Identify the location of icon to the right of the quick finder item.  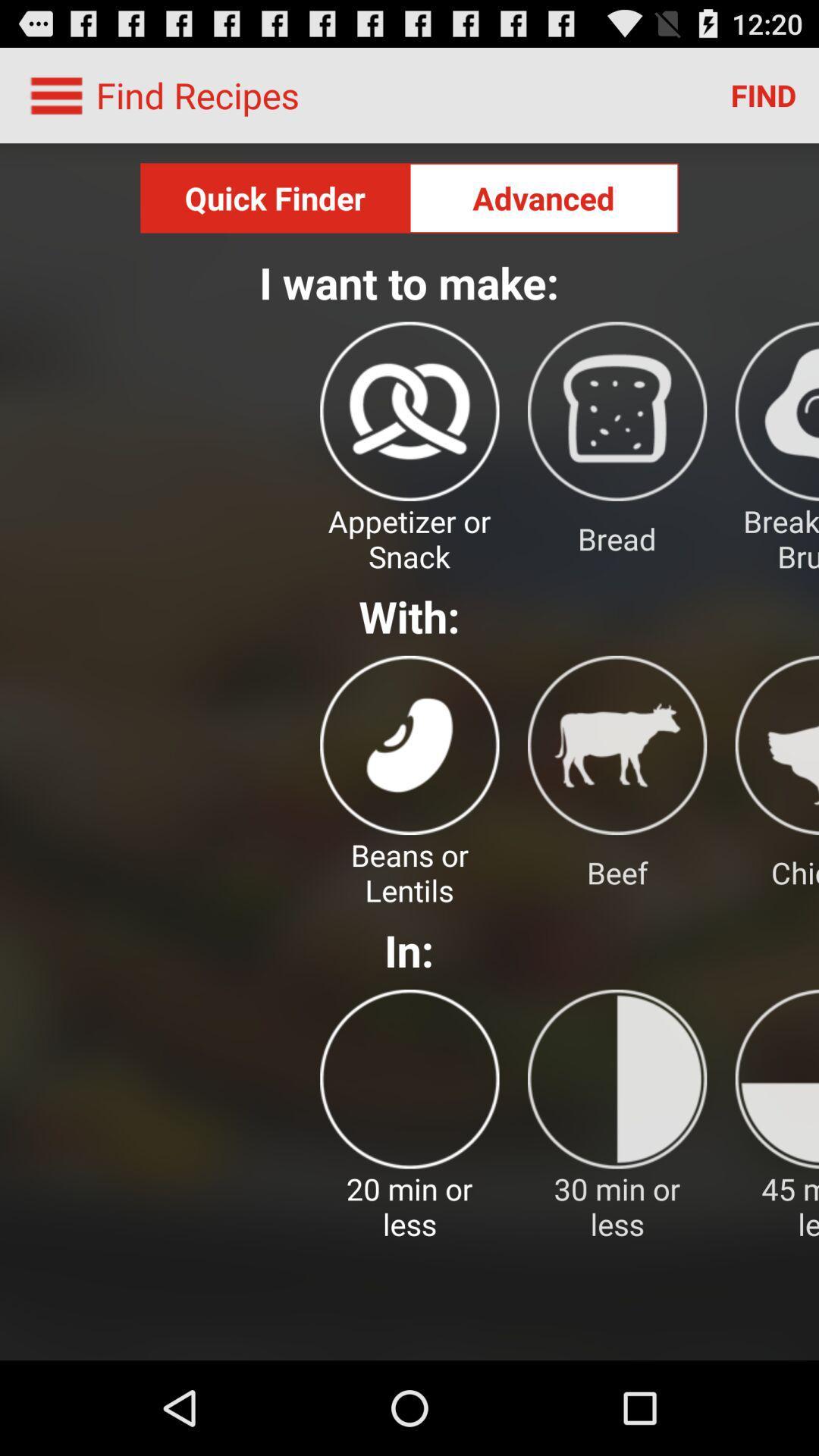
(543, 197).